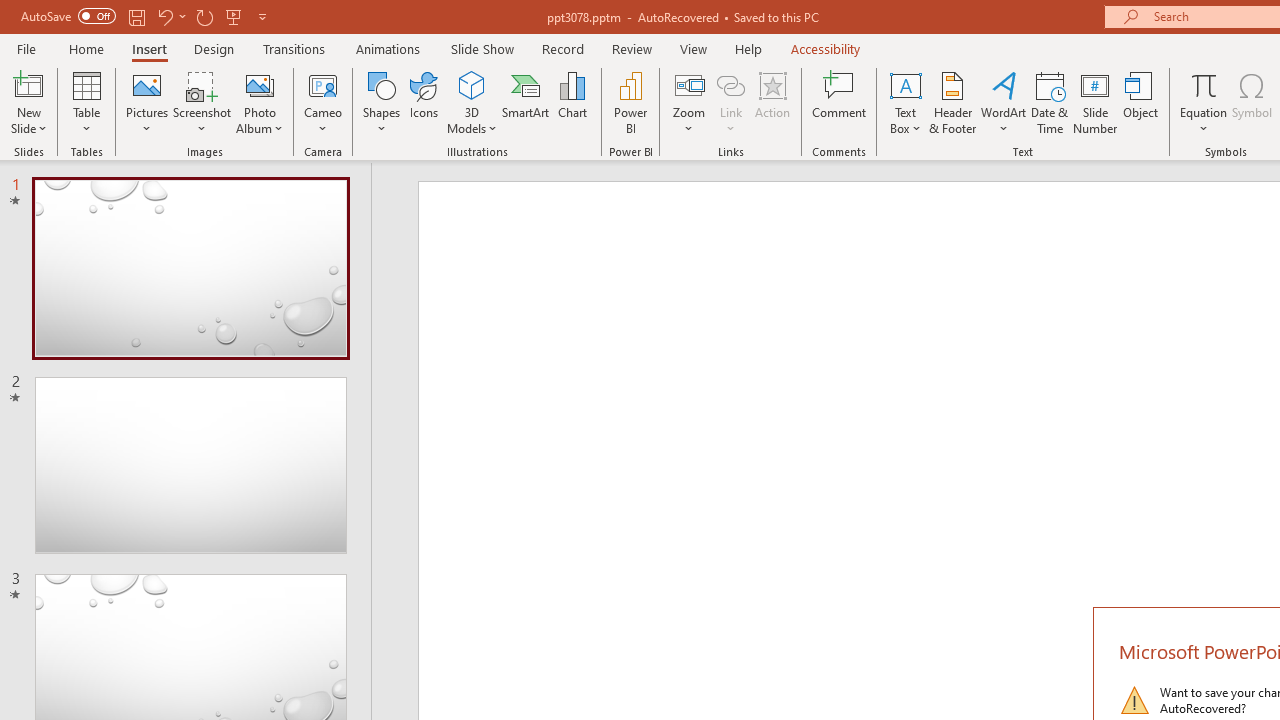 The width and height of the screenshot is (1280, 720). What do you see at coordinates (1004, 103) in the screenshot?
I see `'WordArt'` at bounding box center [1004, 103].